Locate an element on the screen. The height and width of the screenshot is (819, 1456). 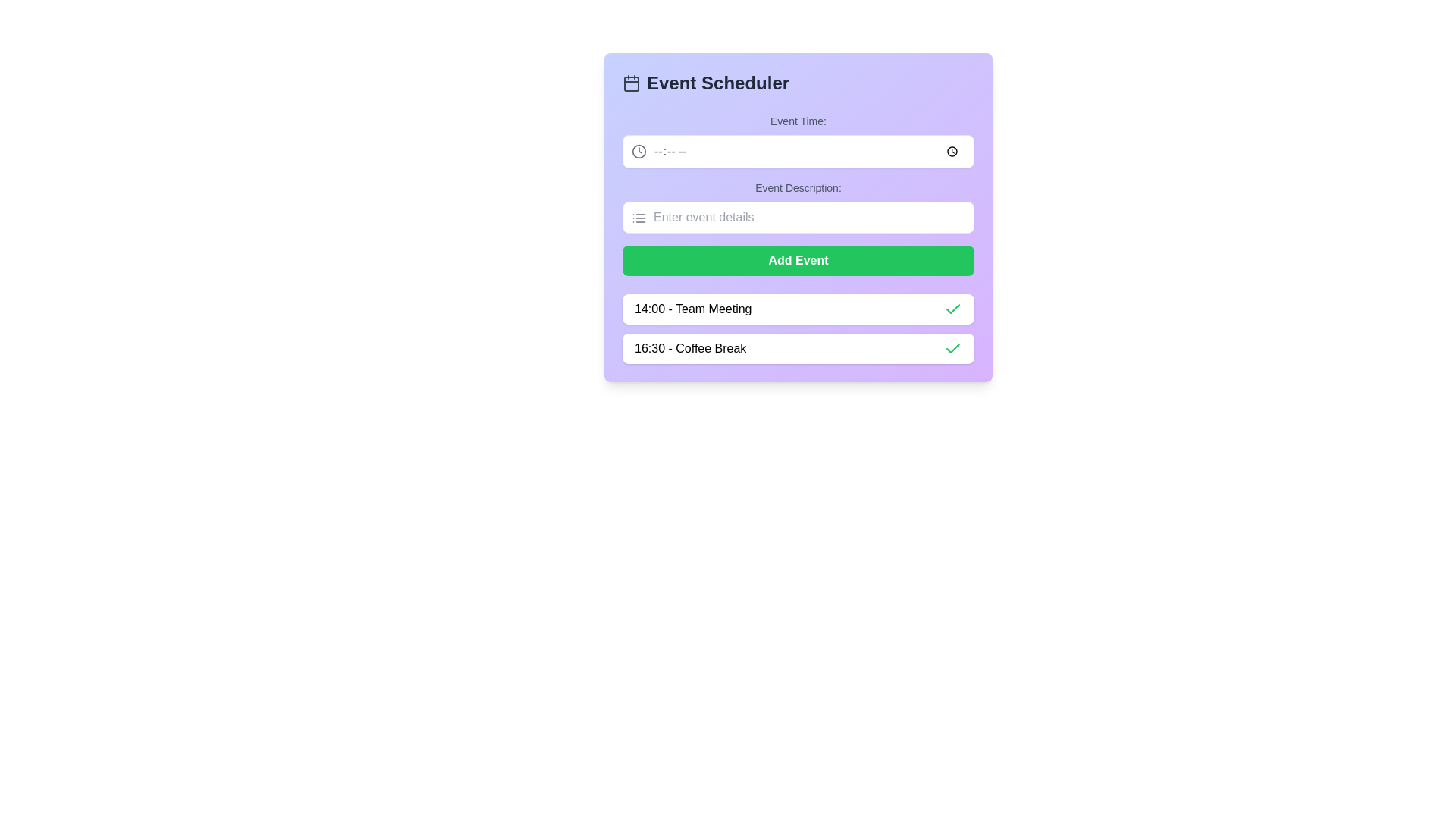
the clock icon, which is styled with a circular outline and positioned to the left of the event time input field near the label 'Event Time' is located at coordinates (639, 152).